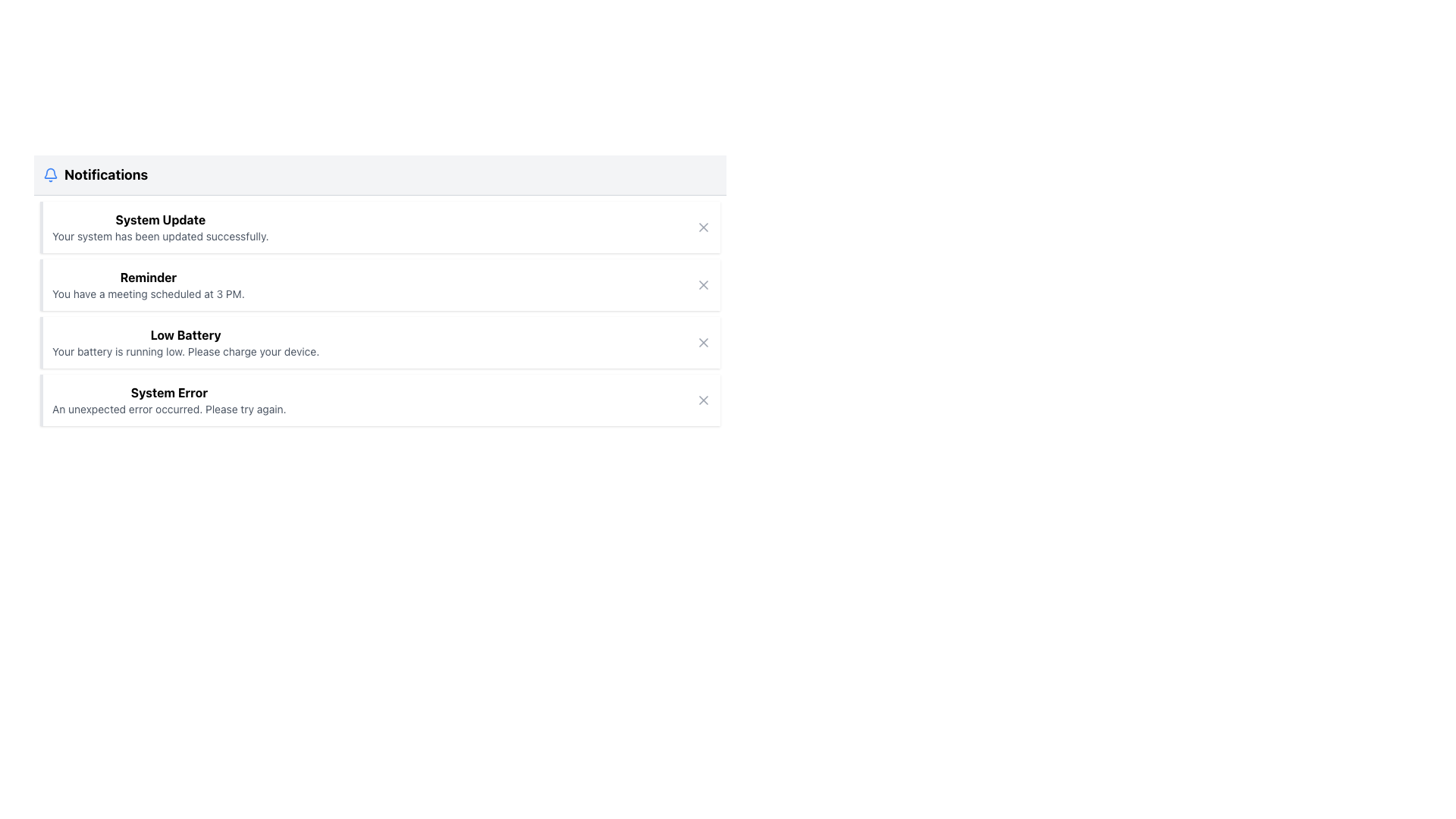  I want to click on the close button in the top-right corner of the 'Low Battery' notification, so click(702, 342).